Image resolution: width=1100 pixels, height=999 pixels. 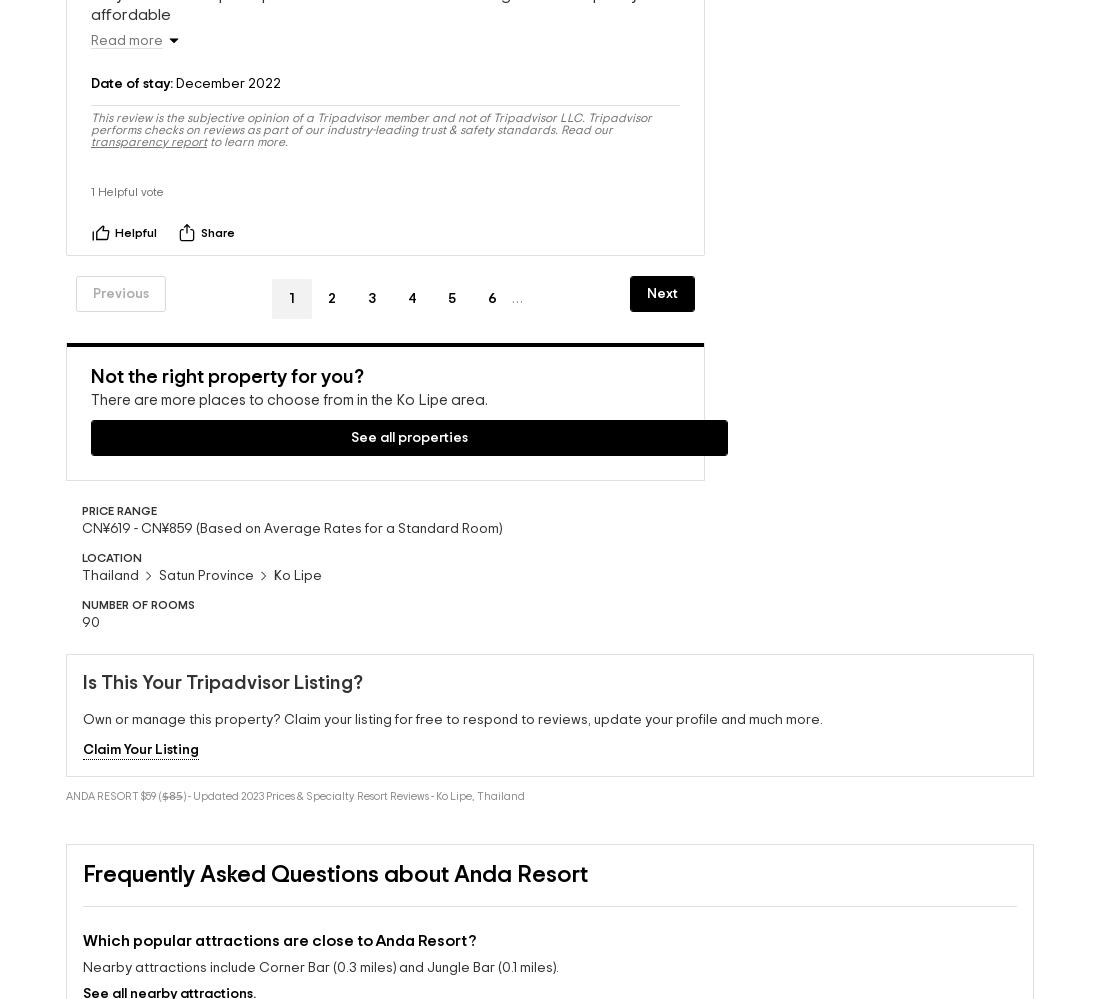 I want to click on 'Thailand', so click(x=110, y=558).